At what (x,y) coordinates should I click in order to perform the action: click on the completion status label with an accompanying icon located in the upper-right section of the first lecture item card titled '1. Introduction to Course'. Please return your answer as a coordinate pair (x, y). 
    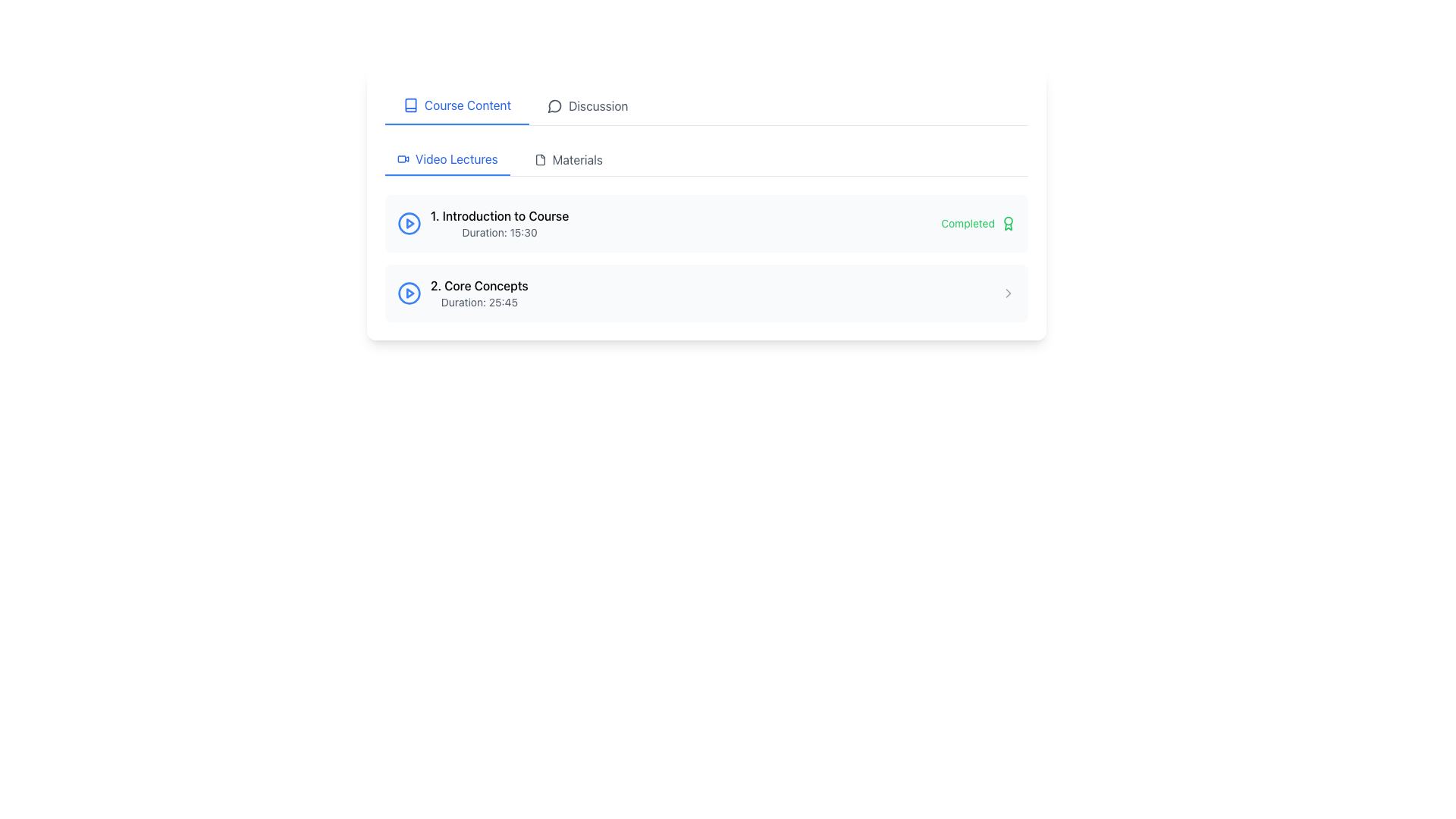
    Looking at the image, I should click on (978, 223).